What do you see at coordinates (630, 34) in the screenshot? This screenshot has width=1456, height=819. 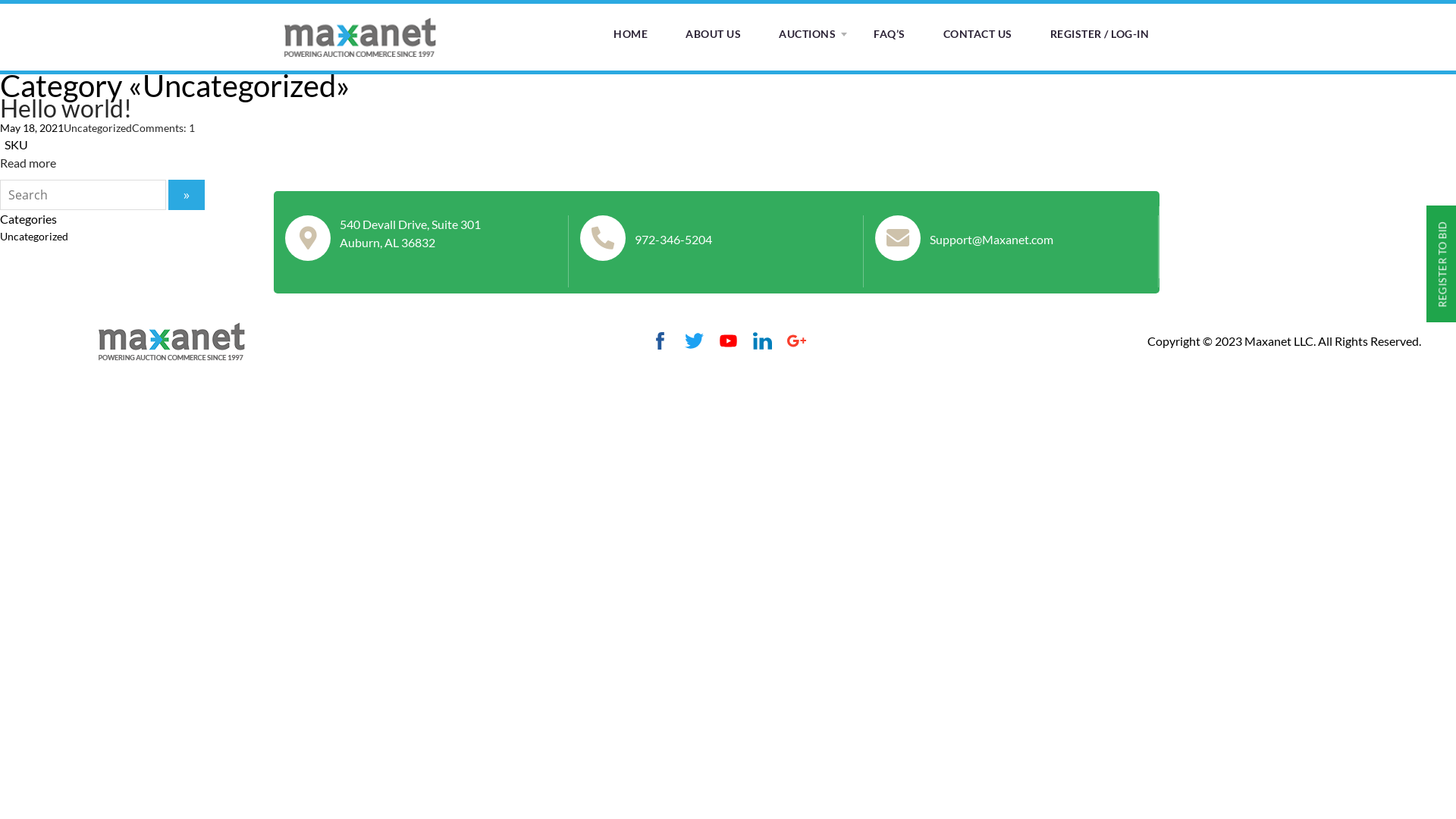 I see `'HOME'` at bounding box center [630, 34].